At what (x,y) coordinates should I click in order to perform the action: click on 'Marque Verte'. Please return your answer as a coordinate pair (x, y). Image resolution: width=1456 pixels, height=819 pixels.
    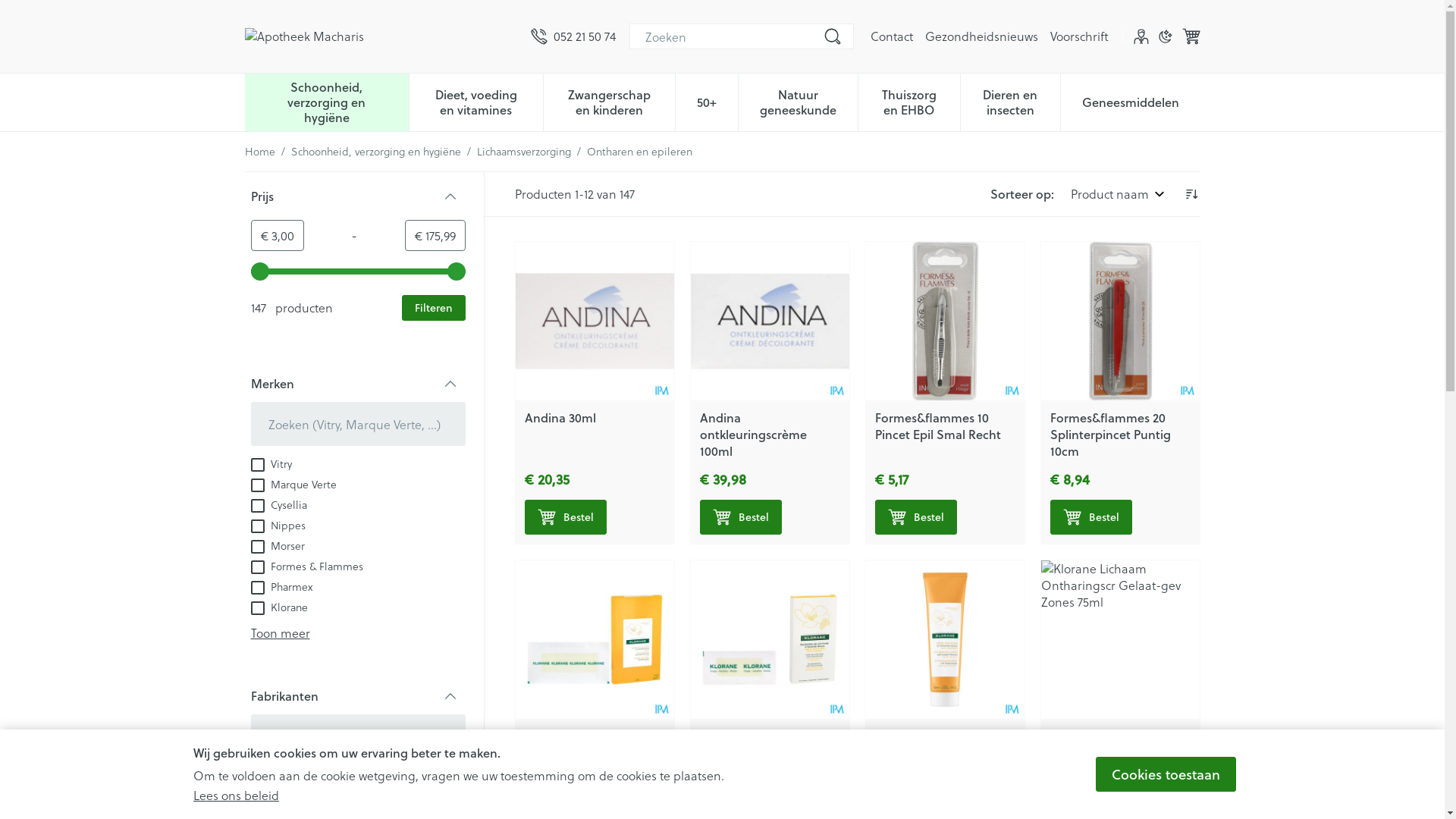
    Looking at the image, I should click on (293, 483).